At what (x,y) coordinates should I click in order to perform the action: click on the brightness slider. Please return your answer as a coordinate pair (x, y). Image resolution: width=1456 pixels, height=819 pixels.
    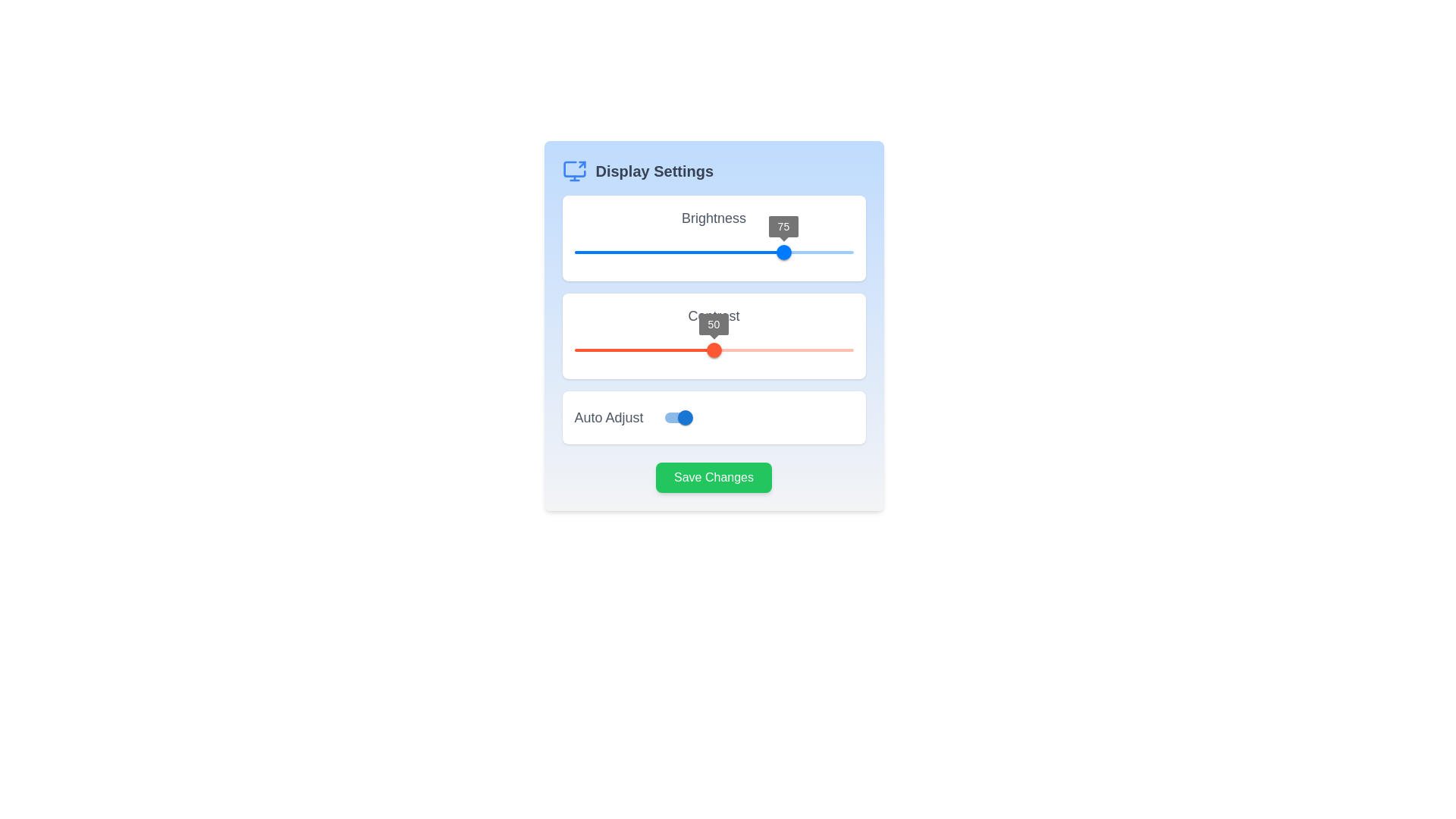
    Looking at the image, I should click on (598, 251).